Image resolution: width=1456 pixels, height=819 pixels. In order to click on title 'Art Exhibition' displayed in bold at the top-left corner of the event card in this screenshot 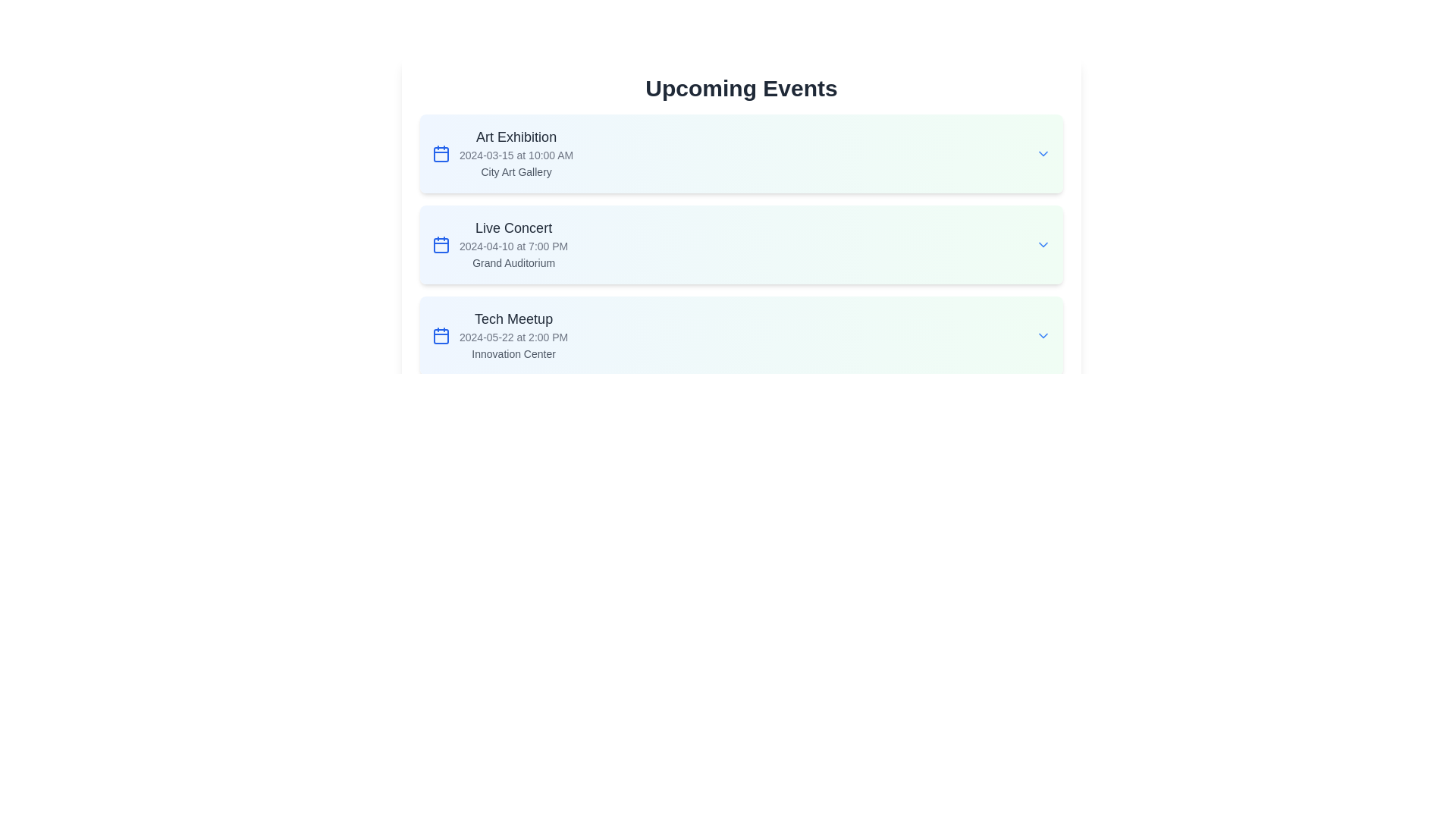, I will do `click(516, 137)`.